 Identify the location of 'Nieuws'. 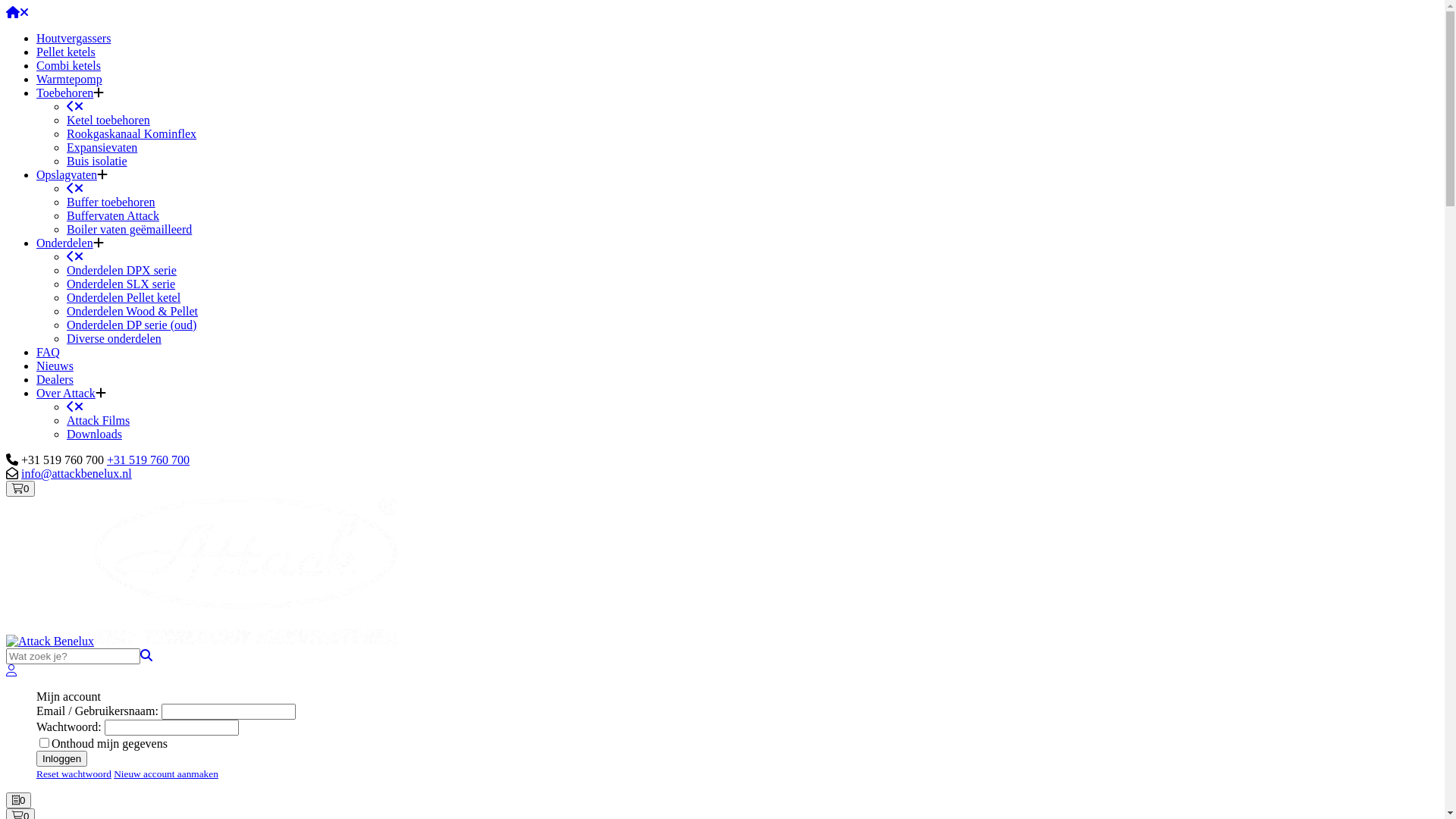
(55, 366).